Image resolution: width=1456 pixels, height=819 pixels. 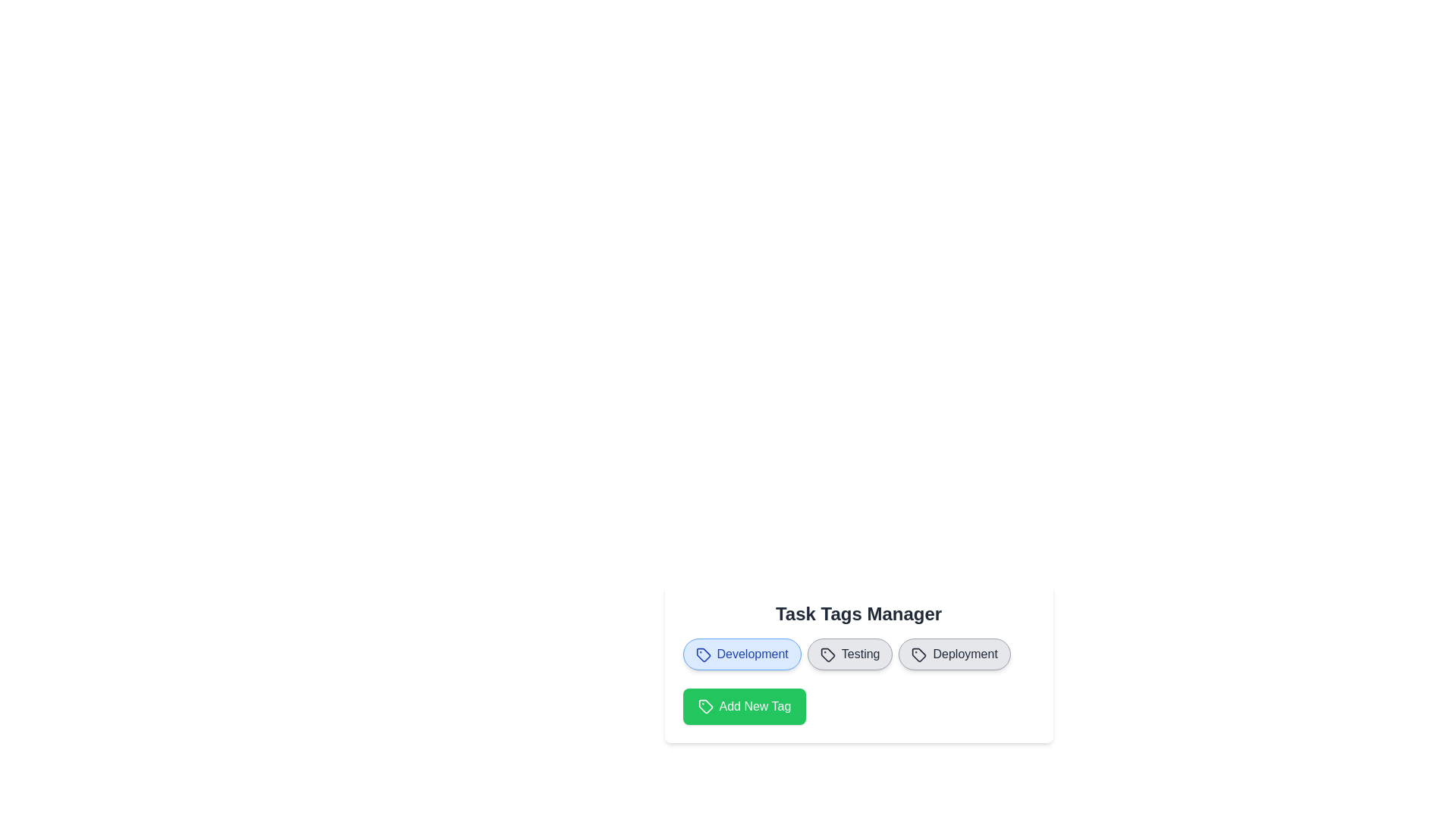 I want to click on the small price tag icon outlined in black, which is part of the button labeled 'Testing', located on the left side inside the button, so click(x=827, y=654).